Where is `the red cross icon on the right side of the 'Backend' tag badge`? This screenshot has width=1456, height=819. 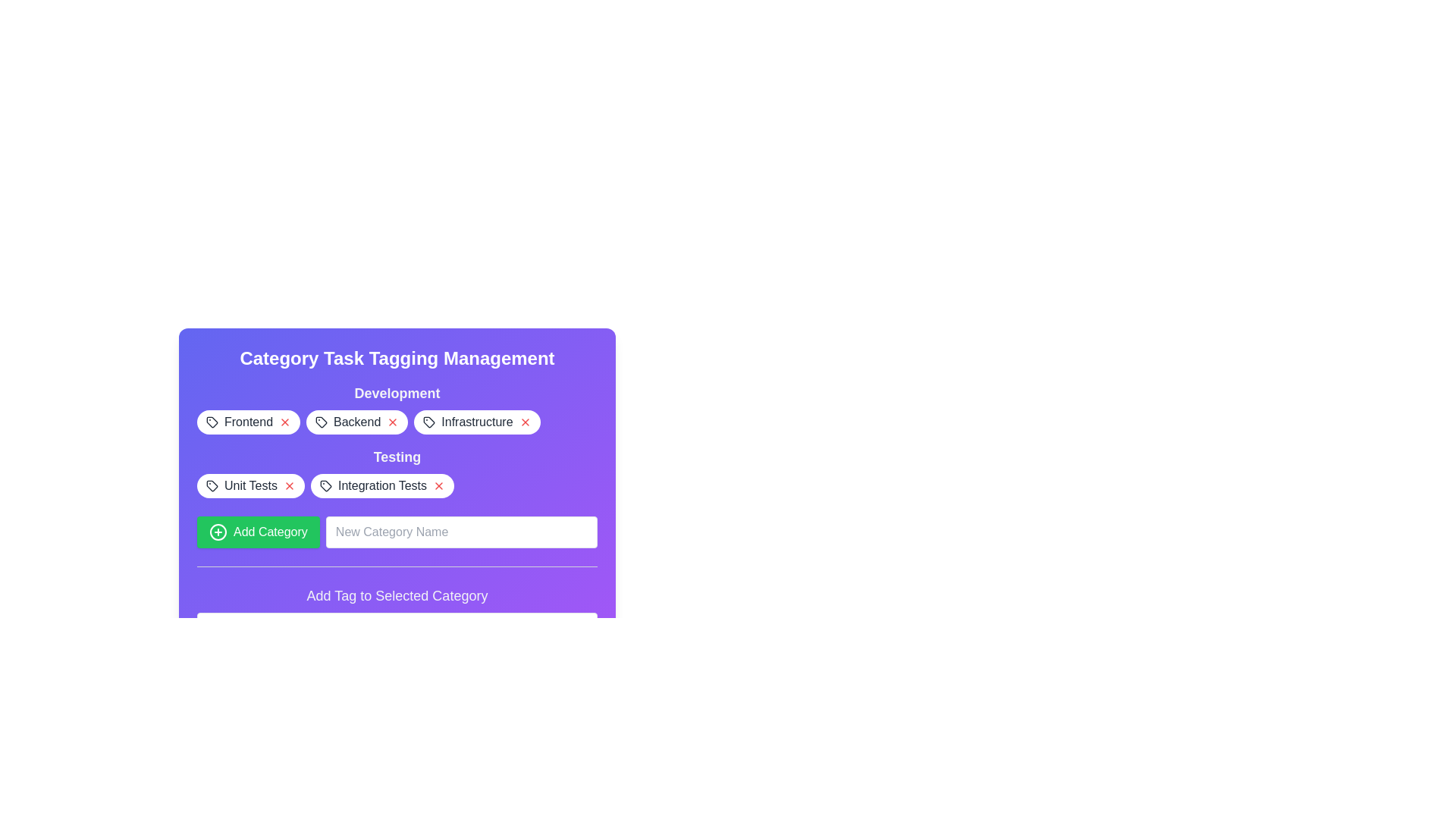 the red cross icon on the right side of the 'Backend' tag badge is located at coordinates (356, 422).